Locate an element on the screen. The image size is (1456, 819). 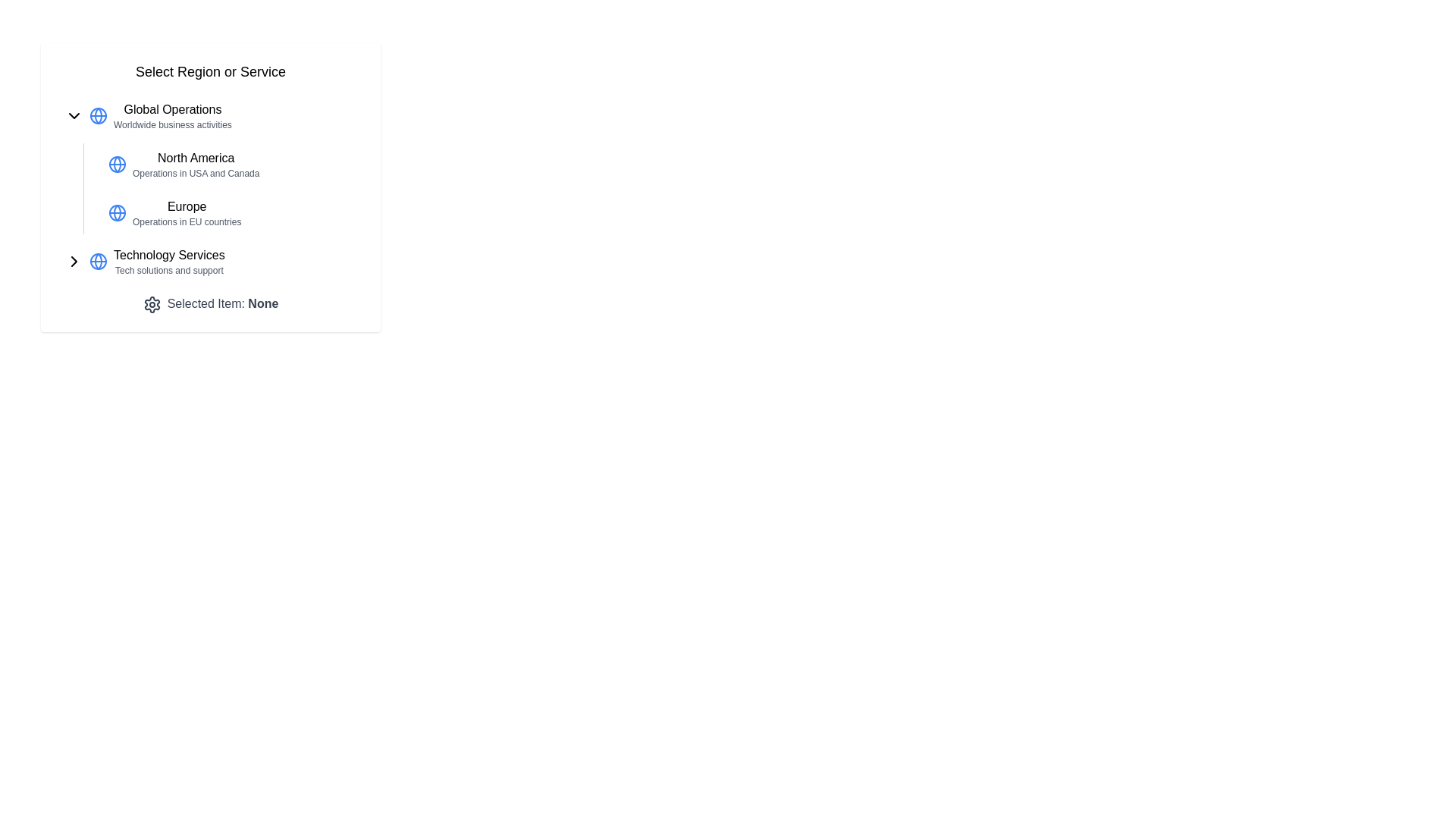
the text label displaying 'Europe', which is positioned below 'Global Operations' and 'North America' is located at coordinates (186, 207).